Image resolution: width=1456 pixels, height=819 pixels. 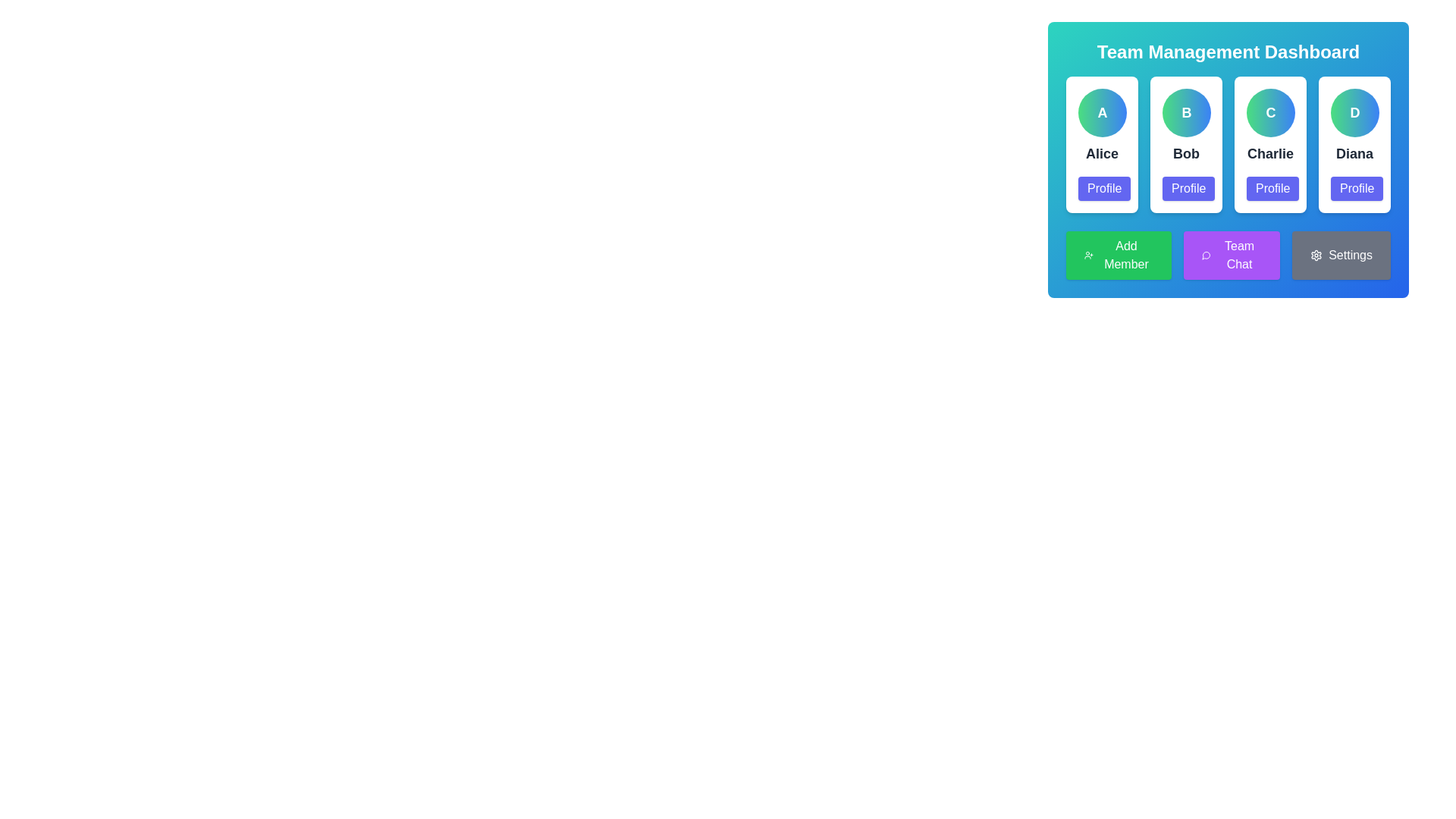 What do you see at coordinates (1354, 154) in the screenshot?
I see `the text label displaying 'Diana' in bold font, located in the fourth profile card from the left, positioned below the profile image and above the 'Profile' button` at bounding box center [1354, 154].